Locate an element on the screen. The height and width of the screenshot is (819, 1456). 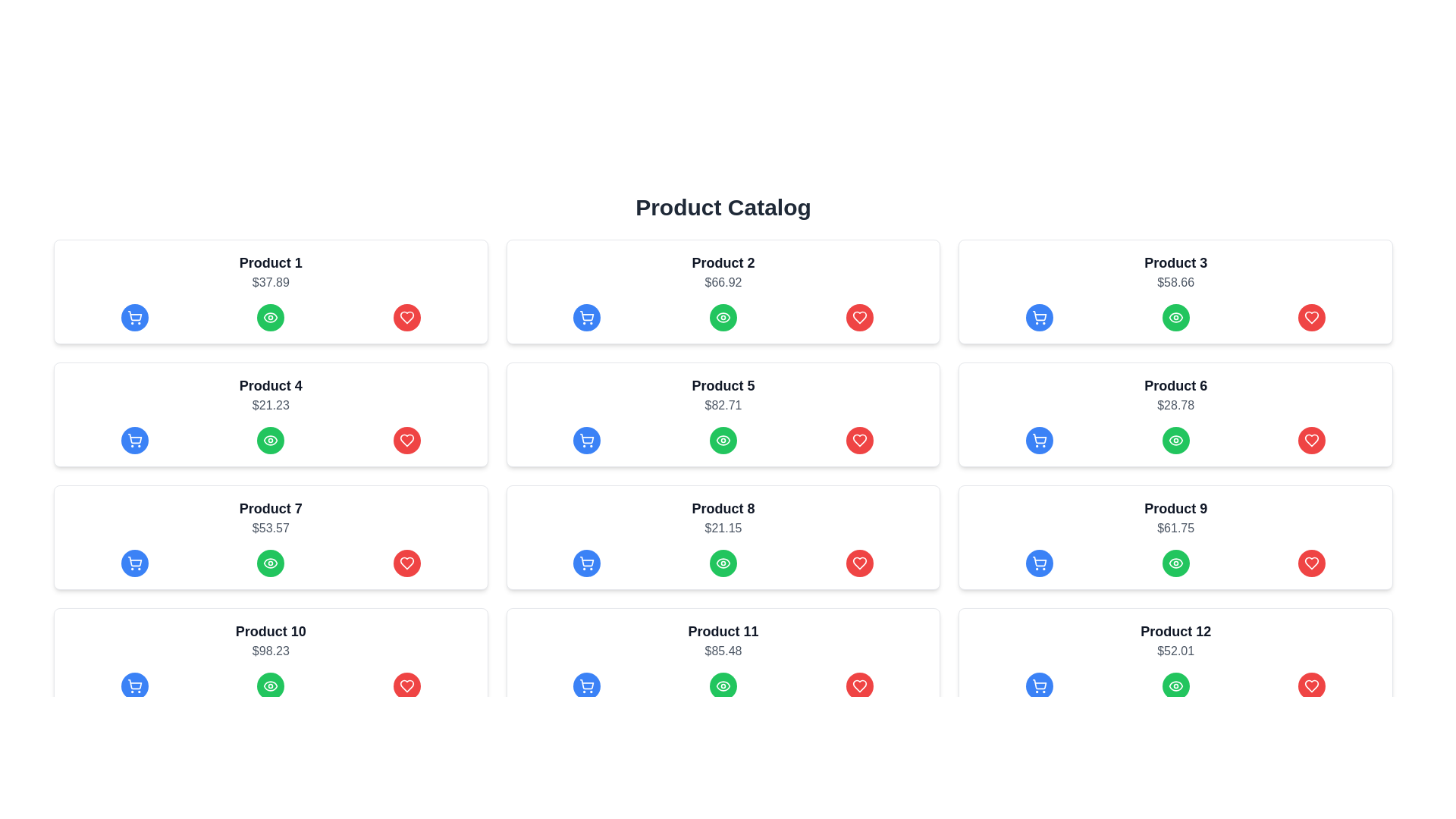
the green eye icon in the ninth product card of the catalog layout, located in the rightmost column of the third row is located at coordinates (1175, 441).